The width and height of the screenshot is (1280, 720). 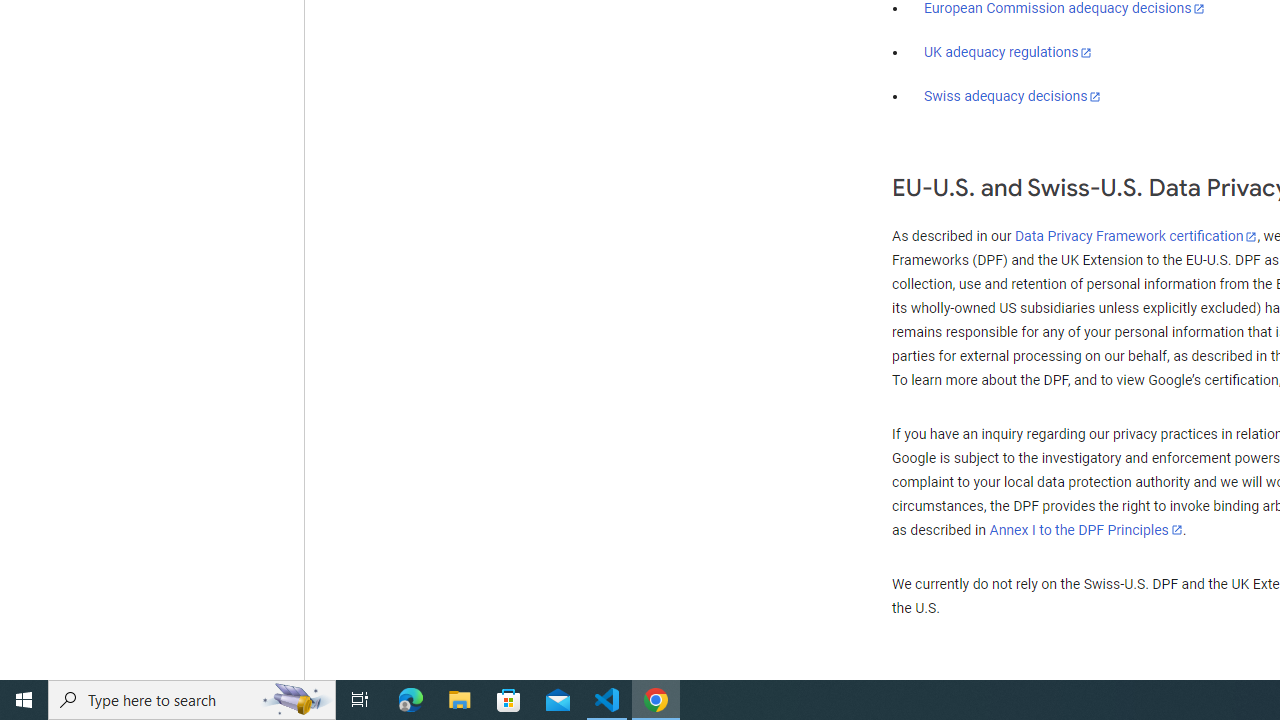 What do you see at coordinates (1063, 9) in the screenshot?
I see `'European Commission adequacy decisions'` at bounding box center [1063, 9].